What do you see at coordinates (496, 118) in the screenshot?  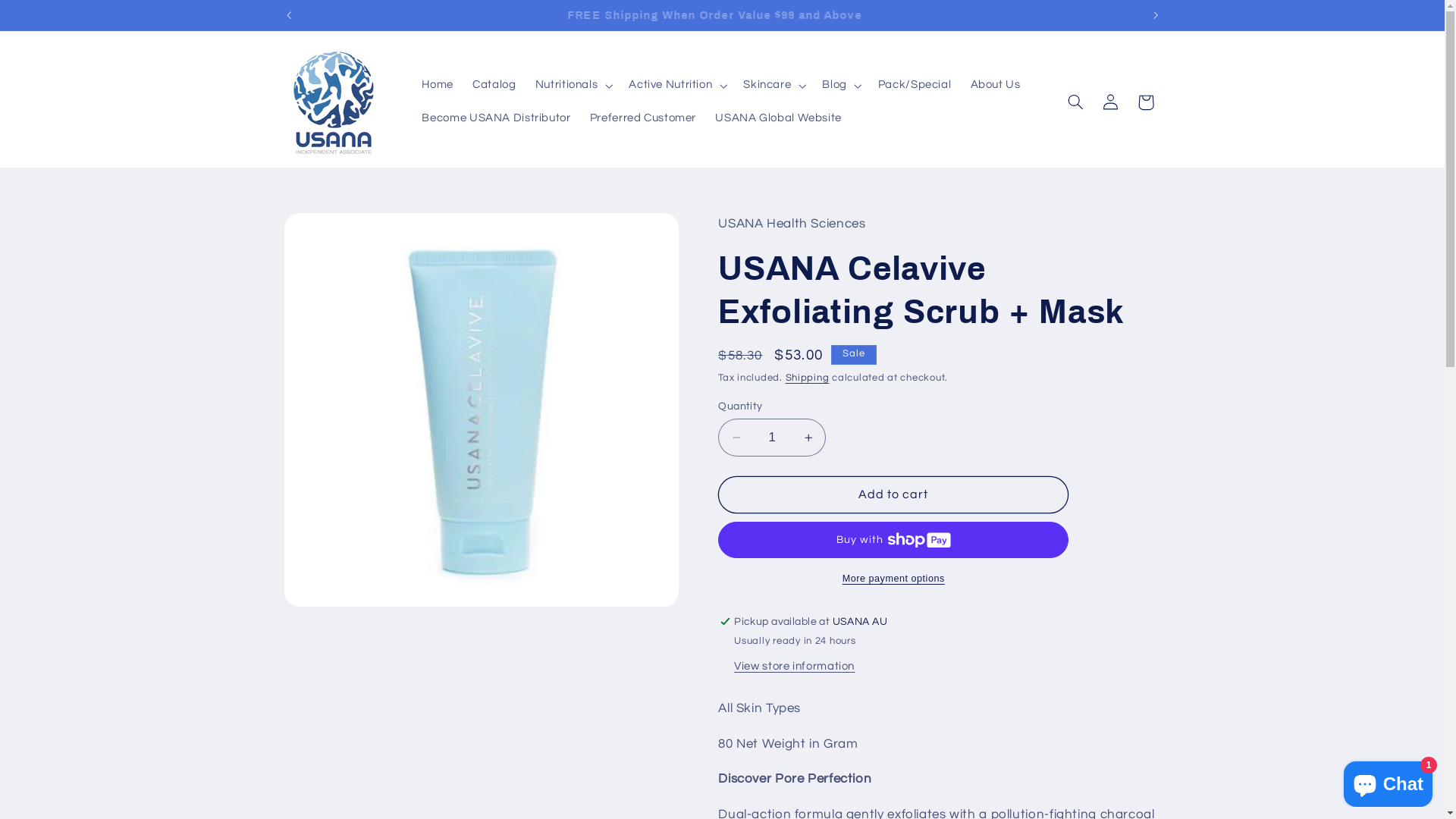 I see `'Become USANA Distributor'` at bounding box center [496, 118].